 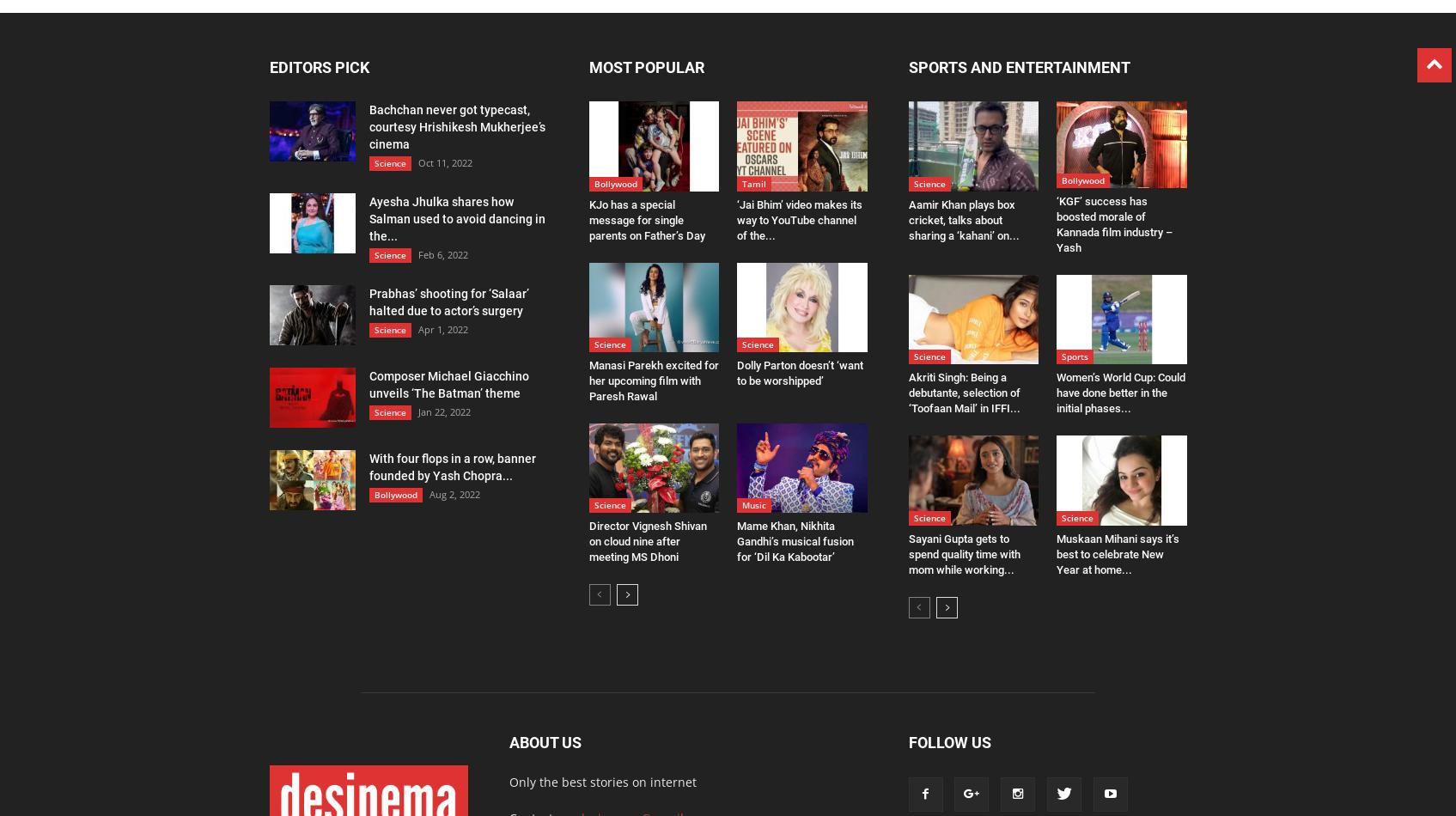 What do you see at coordinates (448, 301) in the screenshot?
I see `'Prabhas’ shooting for ‘Salaar’ halted due to actor’s surgery'` at bounding box center [448, 301].